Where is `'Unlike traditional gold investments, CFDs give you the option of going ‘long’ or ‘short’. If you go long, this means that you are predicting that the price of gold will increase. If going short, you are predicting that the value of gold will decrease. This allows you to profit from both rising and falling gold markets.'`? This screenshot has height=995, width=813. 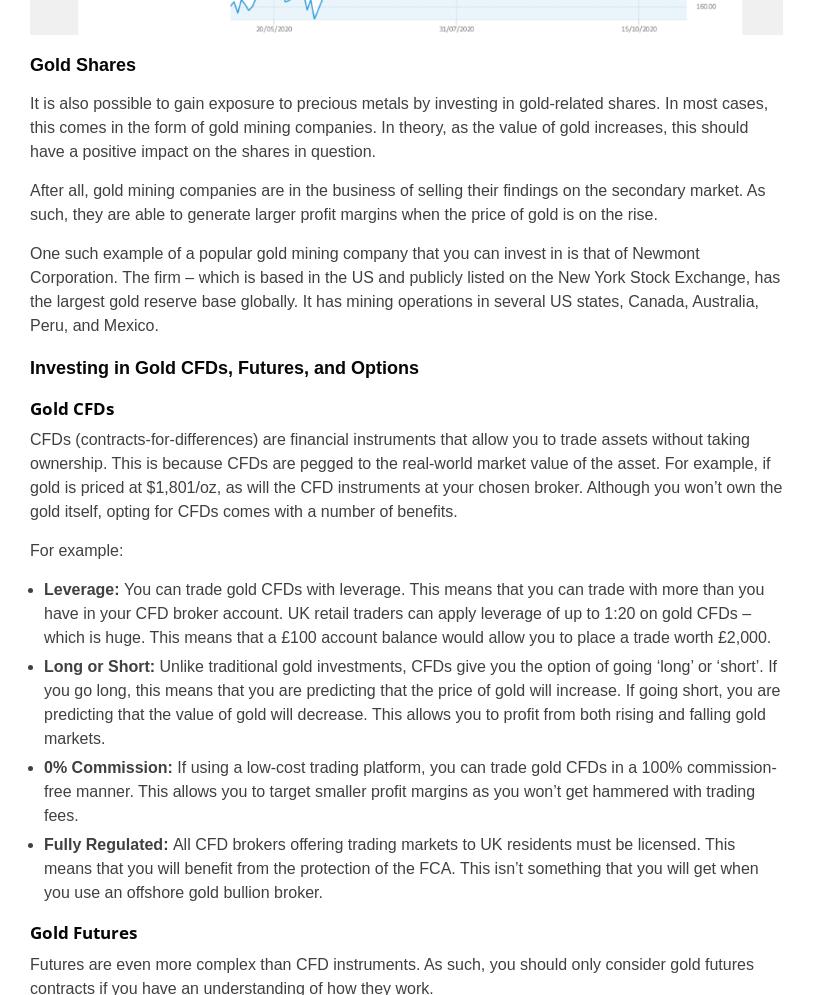
'Unlike traditional gold investments, CFDs give you the option of going ‘long’ or ‘short’. If you go long, this means that you are predicting that the price of gold will increase. If going short, you are predicting that the value of gold will decrease. This allows you to profit from both rising and falling gold markets.' is located at coordinates (412, 702).